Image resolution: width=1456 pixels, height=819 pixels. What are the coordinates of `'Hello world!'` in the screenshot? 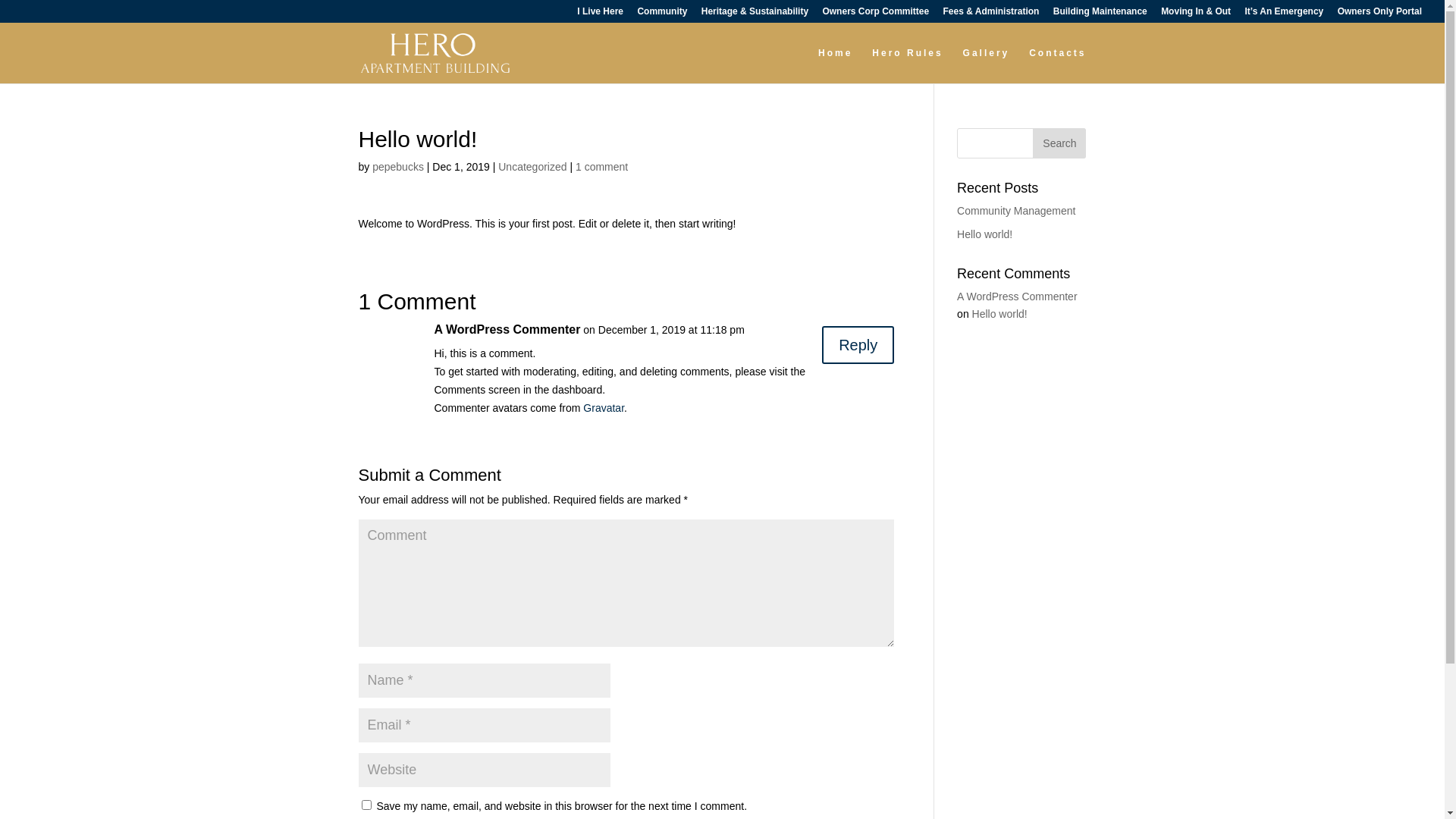 It's located at (984, 234).